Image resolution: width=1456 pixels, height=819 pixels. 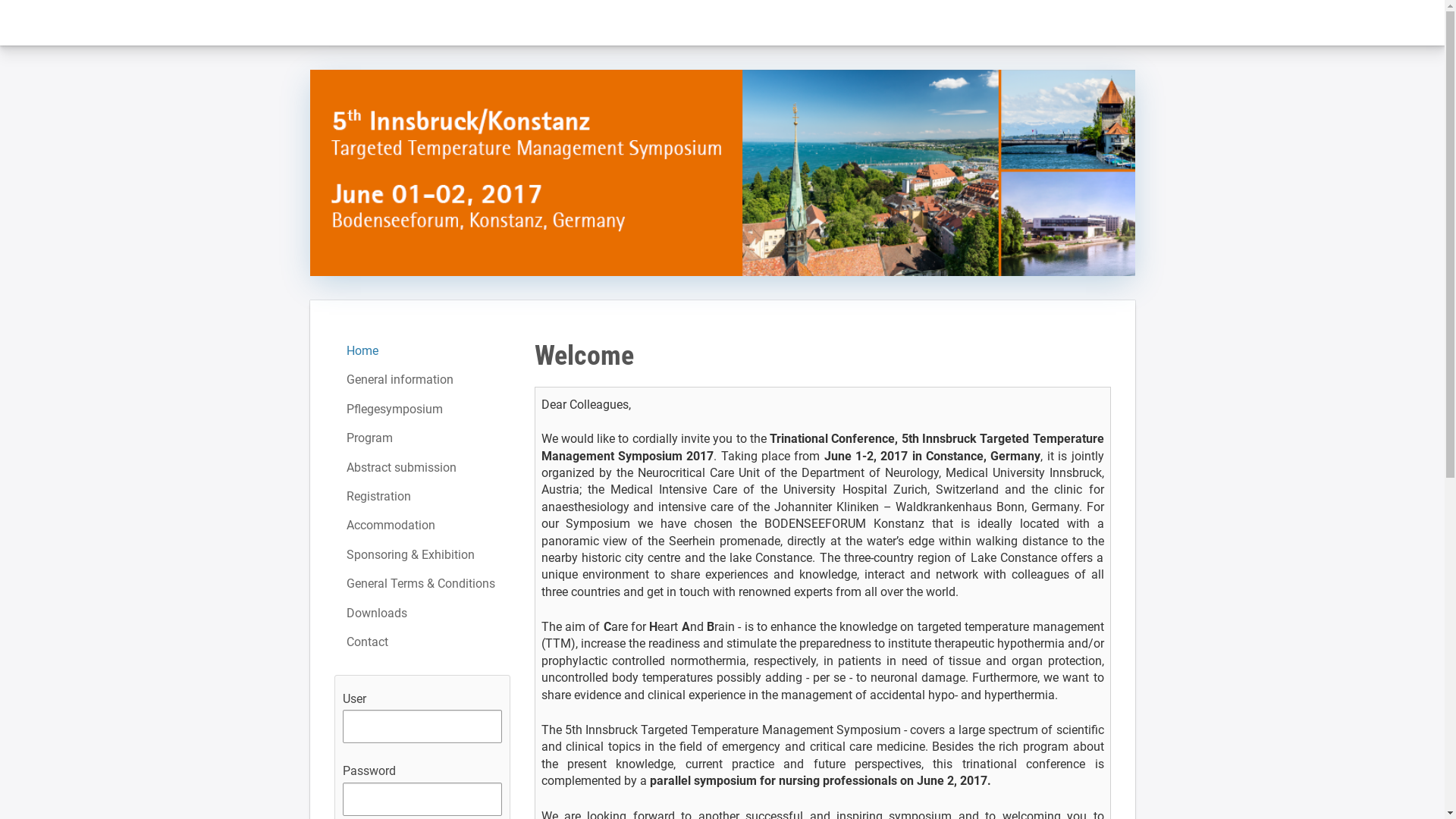 I want to click on 'General information', so click(x=422, y=379).